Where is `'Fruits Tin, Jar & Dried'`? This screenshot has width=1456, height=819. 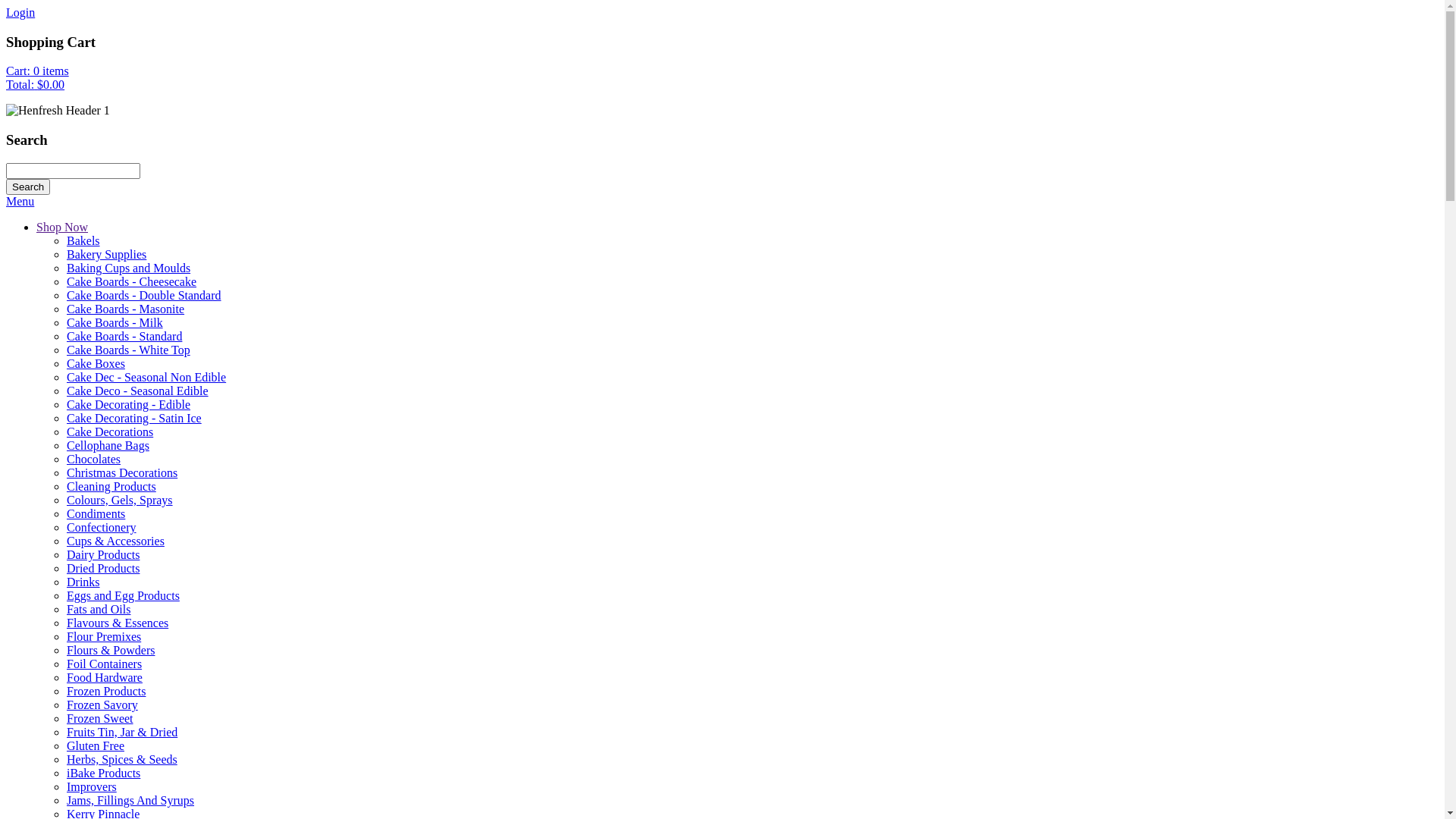 'Fruits Tin, Jar & Dried' is located at coordinates (122, 731).